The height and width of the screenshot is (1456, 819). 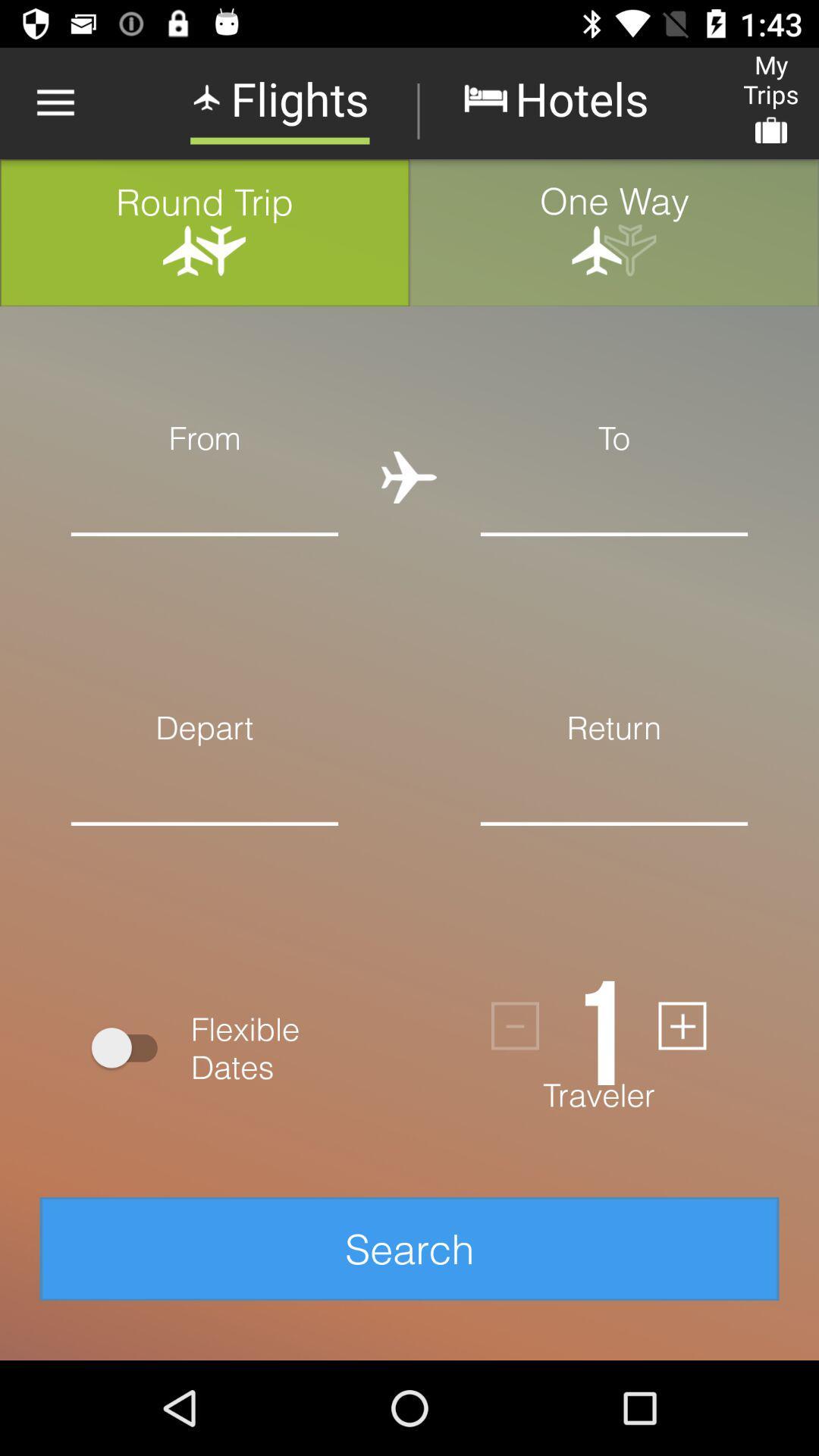 What do you see at coordinates (130, 1046) in the screenshot?
I see `flexible dates` at bounding box center [130, 1046].